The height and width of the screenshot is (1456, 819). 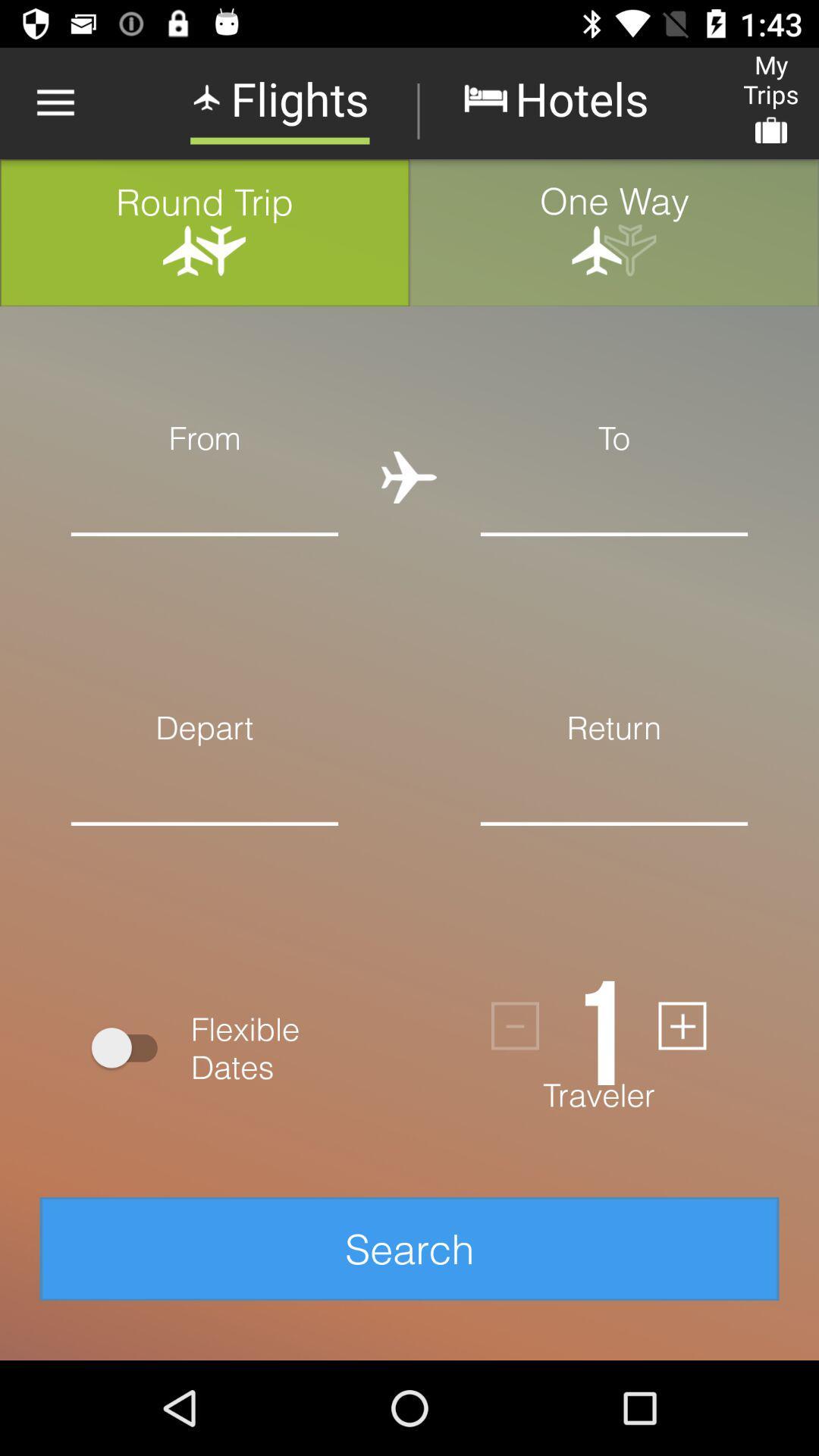 What do you see at coordinates (130, 1046) in the screenshot?
I see `flexible dates` at bounding box center [130, 1046].